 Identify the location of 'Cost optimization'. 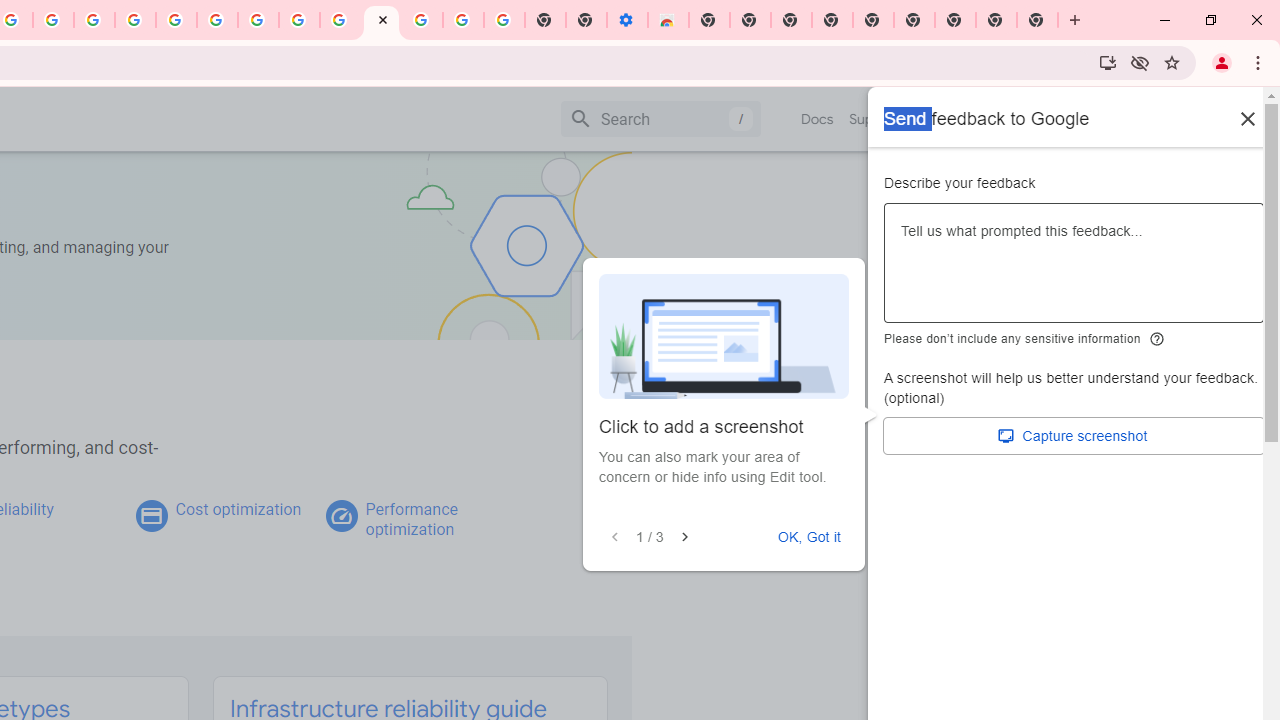
(238, 508).